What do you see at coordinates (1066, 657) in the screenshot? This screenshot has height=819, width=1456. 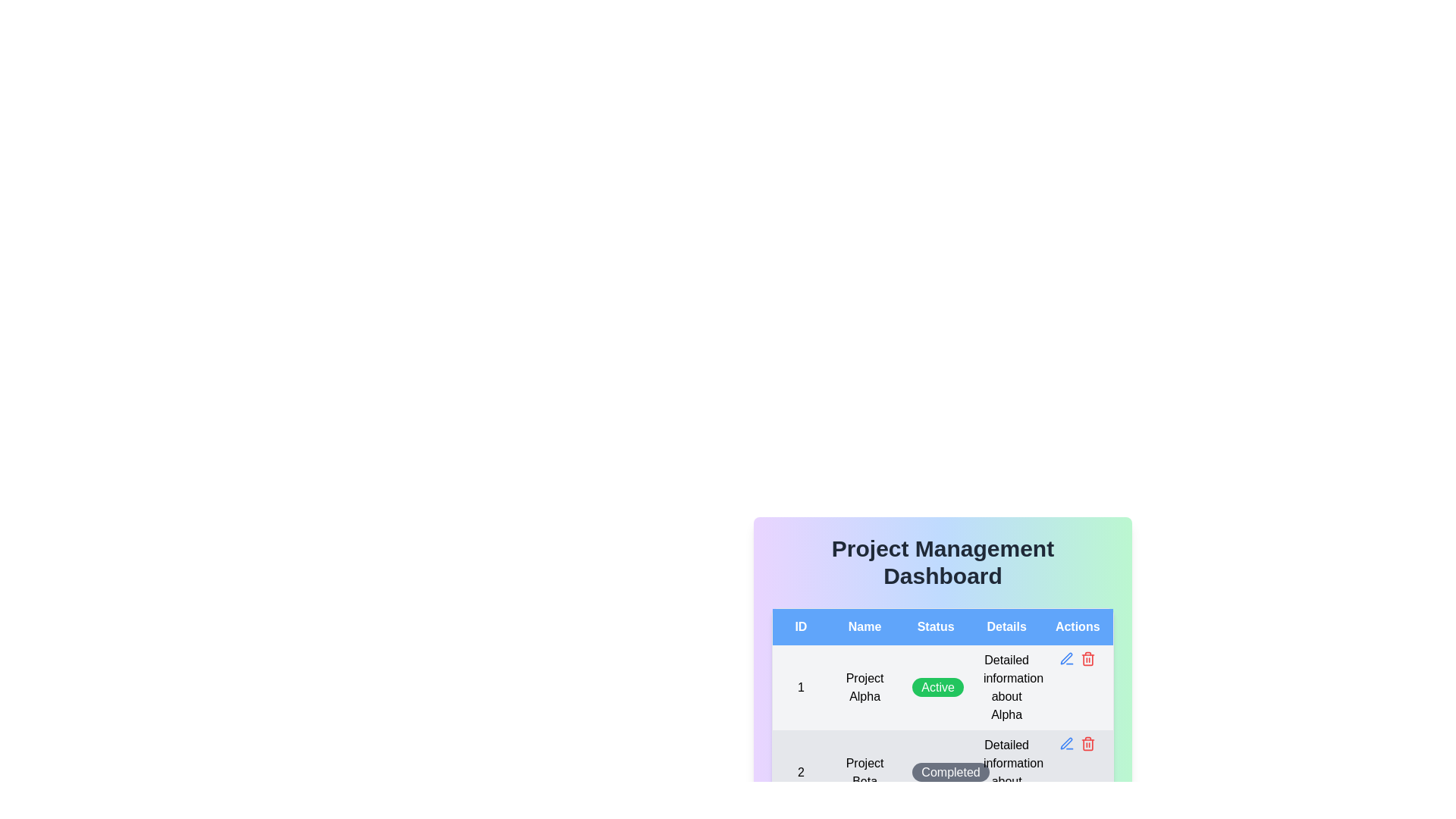 I see `the small blue pen icon button in the 'Actions' column of the first row` at bounding box center [1066, 657].